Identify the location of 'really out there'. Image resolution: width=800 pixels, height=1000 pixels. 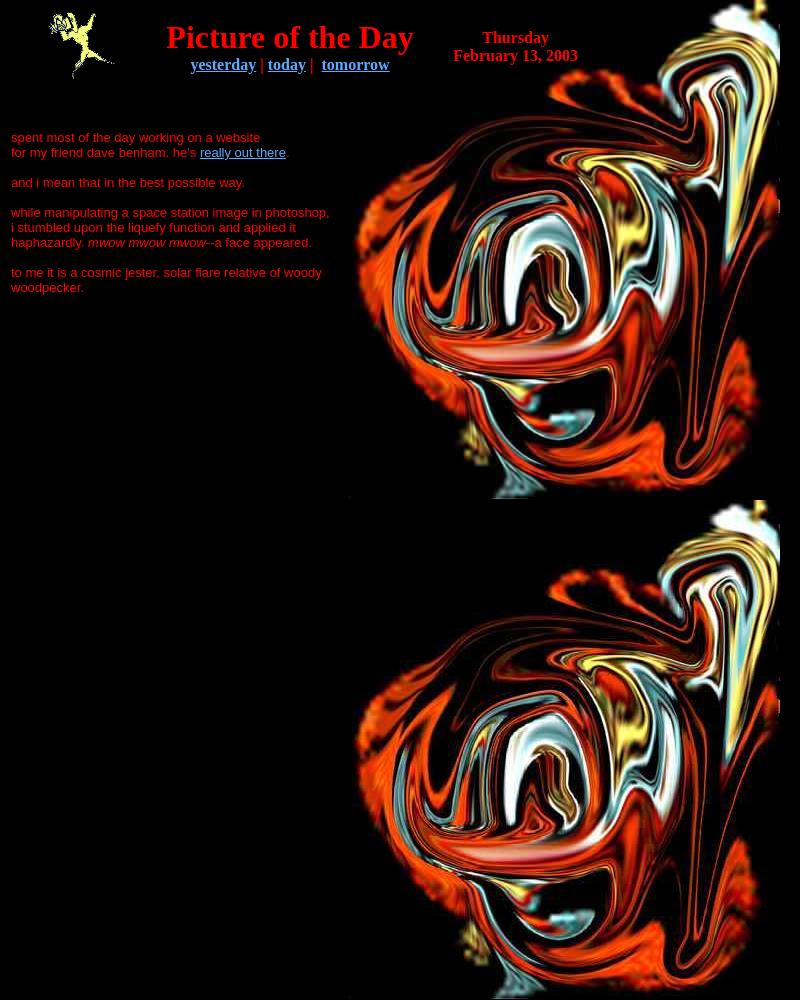
(241, 152).